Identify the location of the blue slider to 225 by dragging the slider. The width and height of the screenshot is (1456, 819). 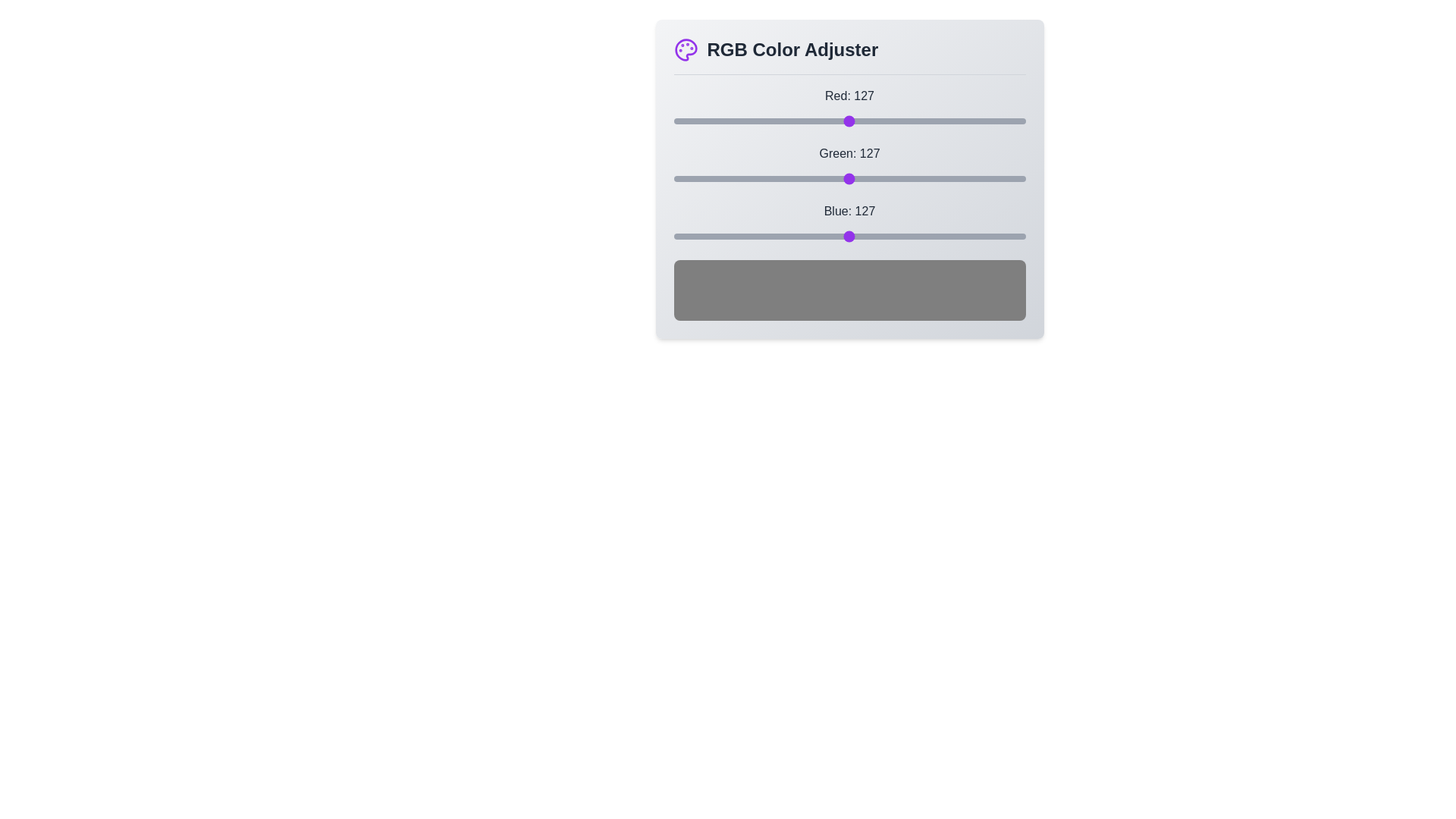
(984, 237).